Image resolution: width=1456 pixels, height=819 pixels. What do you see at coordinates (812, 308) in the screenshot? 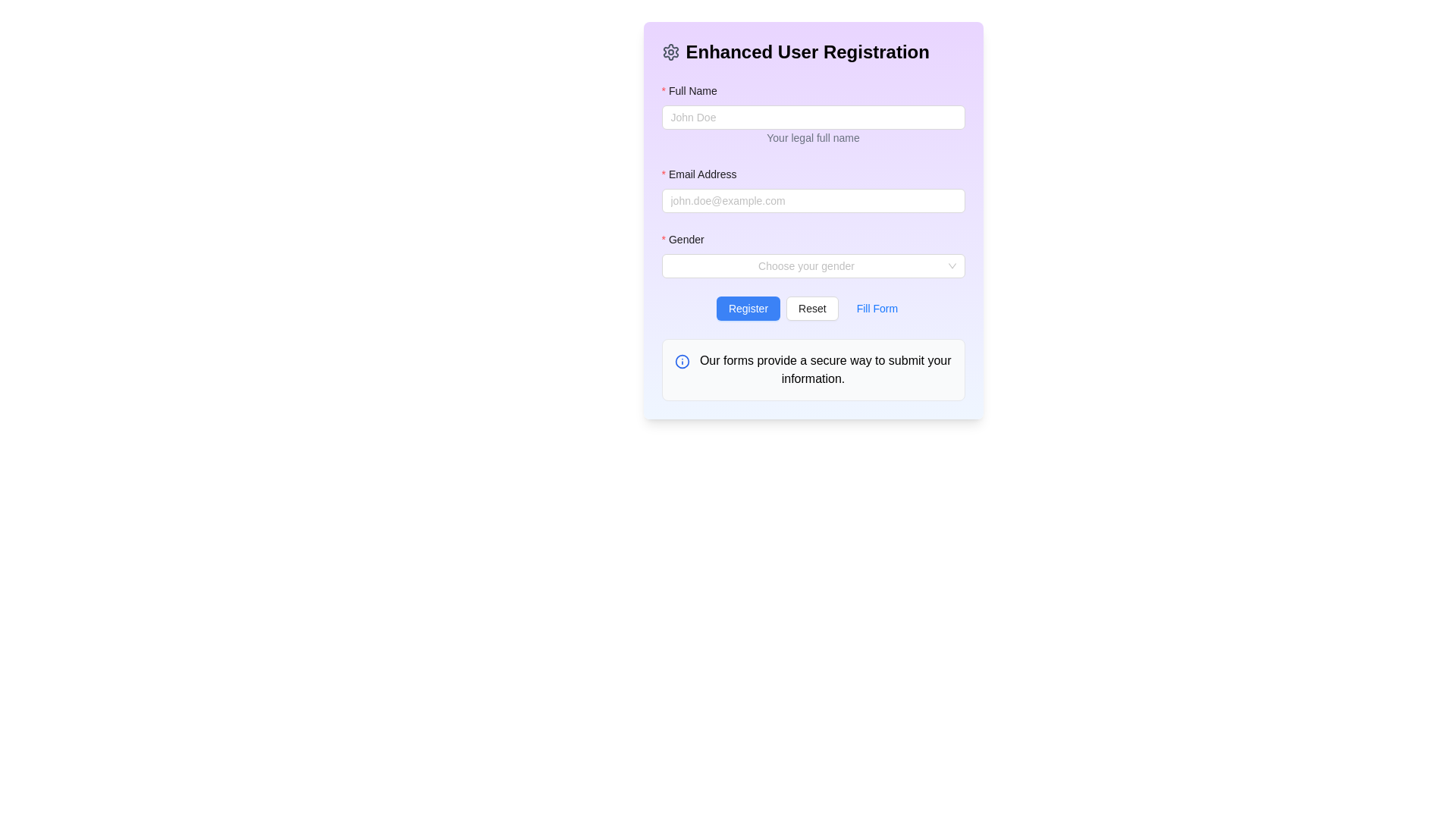
I see `the 'Reset' button, which is a button with a white background and black border, located between the 'Register' and 'Fill Form' buttons at the bottom of the registration form` at bounding box center [812, 308].